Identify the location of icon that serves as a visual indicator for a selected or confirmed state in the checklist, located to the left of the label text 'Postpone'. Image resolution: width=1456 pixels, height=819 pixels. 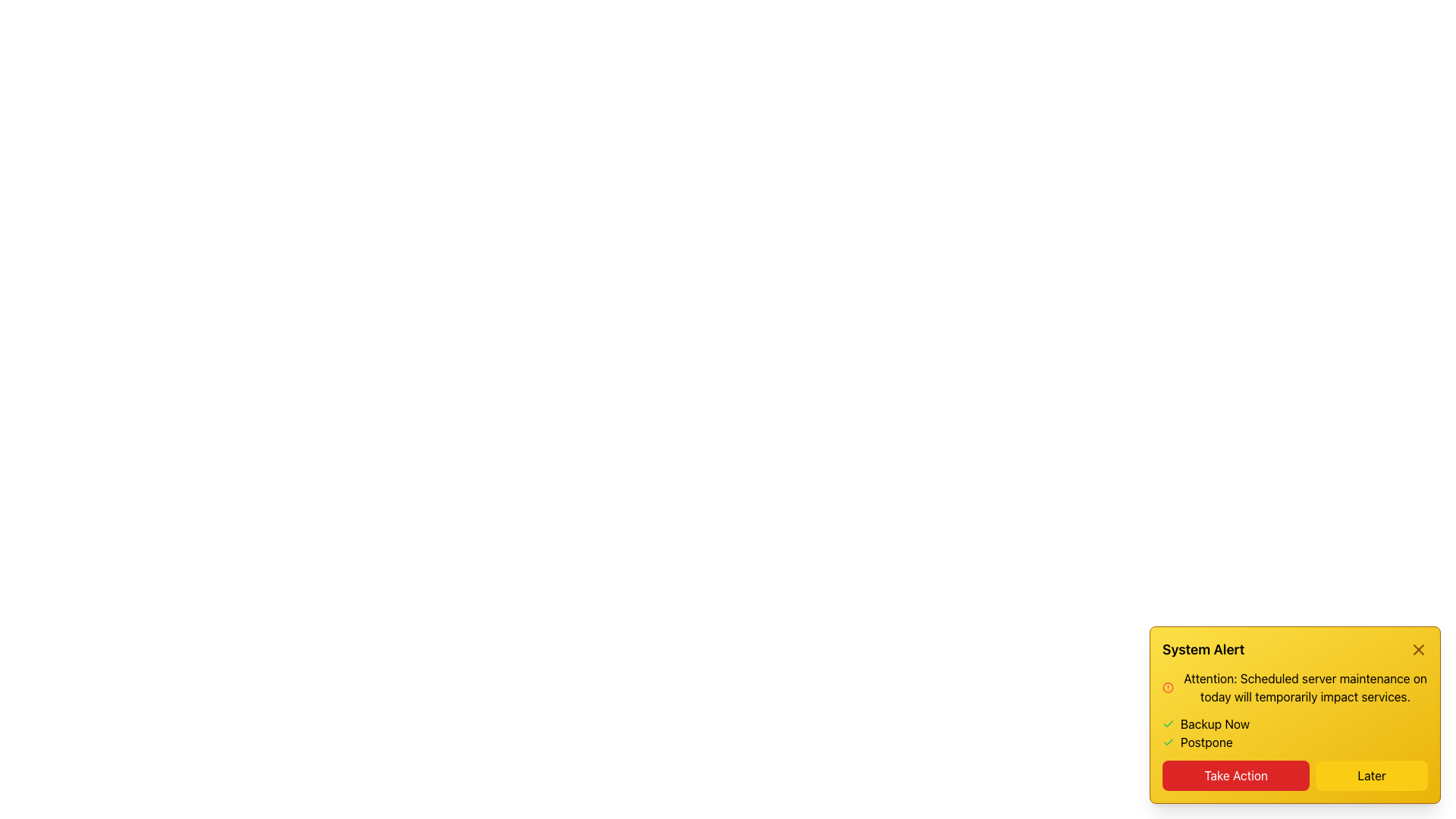
(1167, 742).